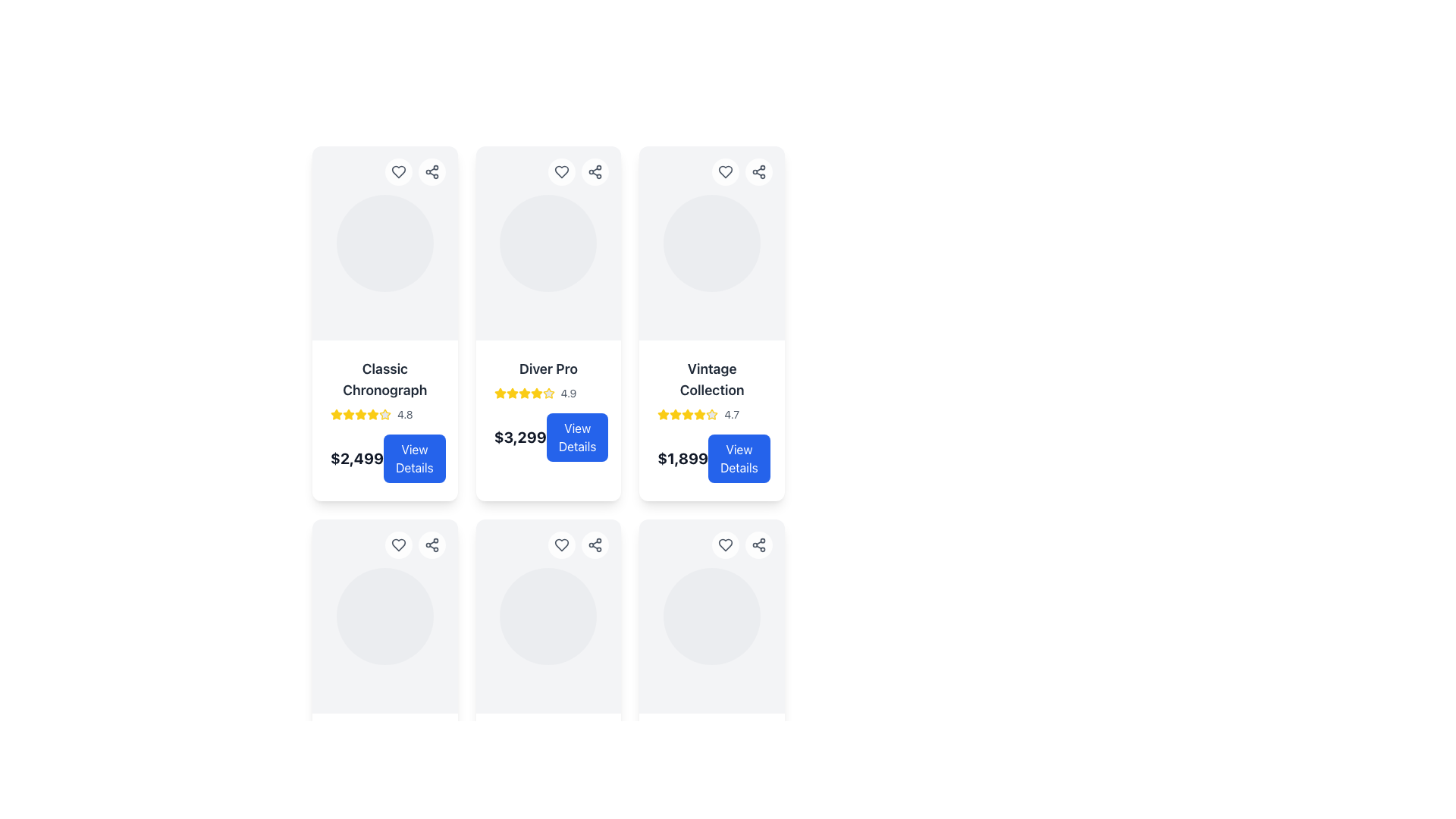 Image resolution: width=1456 pixels, height=819 pixels. What do you see at coordinates (398, 544) in the screenshot?
I see `the 'favorite' icon button located in the central portion of the item card in the second row` at bounding box center [398, 544].